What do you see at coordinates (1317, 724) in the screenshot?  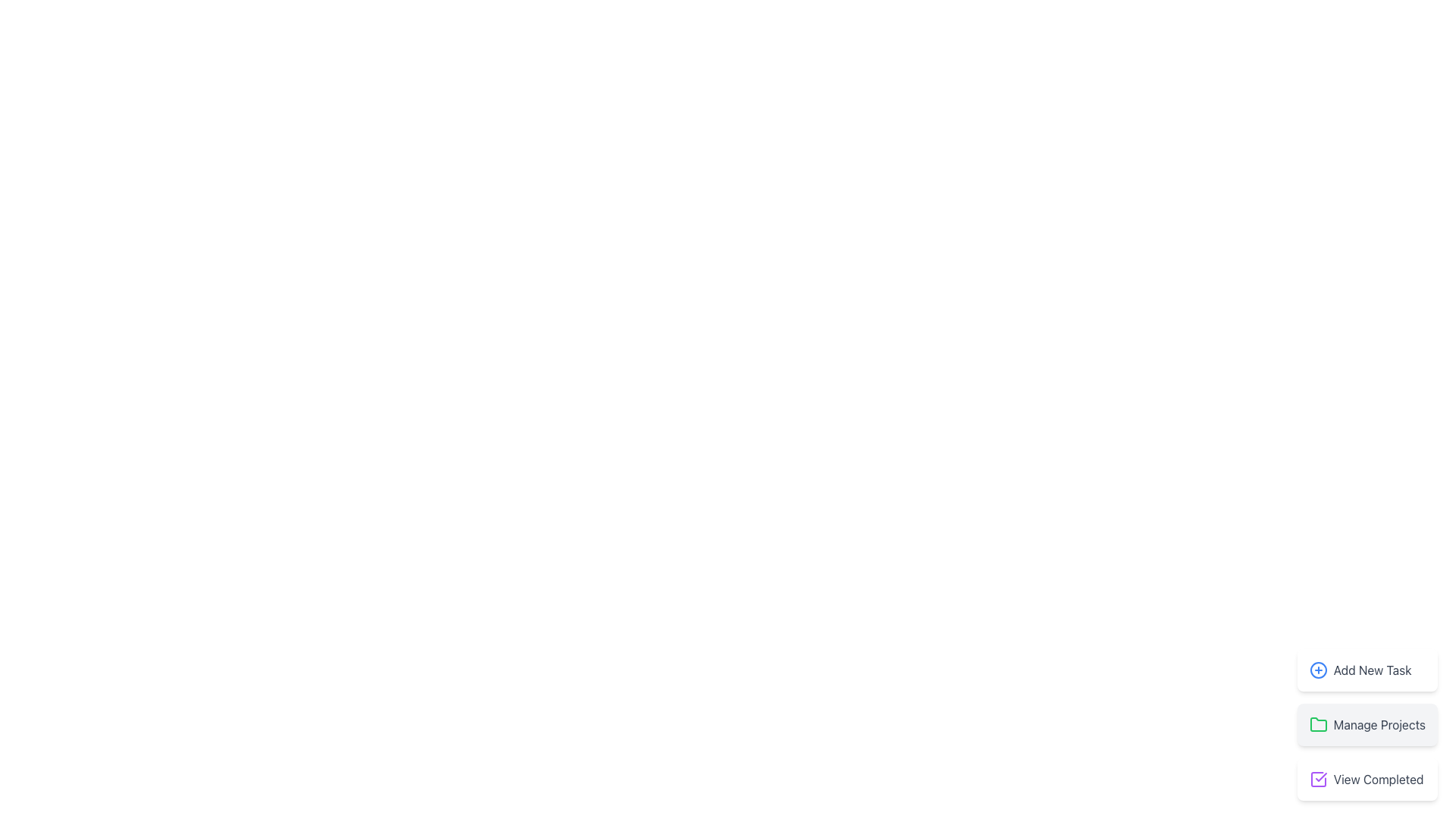 I see `the green folder icon located to the left of the 'Manage Projects' text in the vertical menu` at bounding box center [1317, 724].